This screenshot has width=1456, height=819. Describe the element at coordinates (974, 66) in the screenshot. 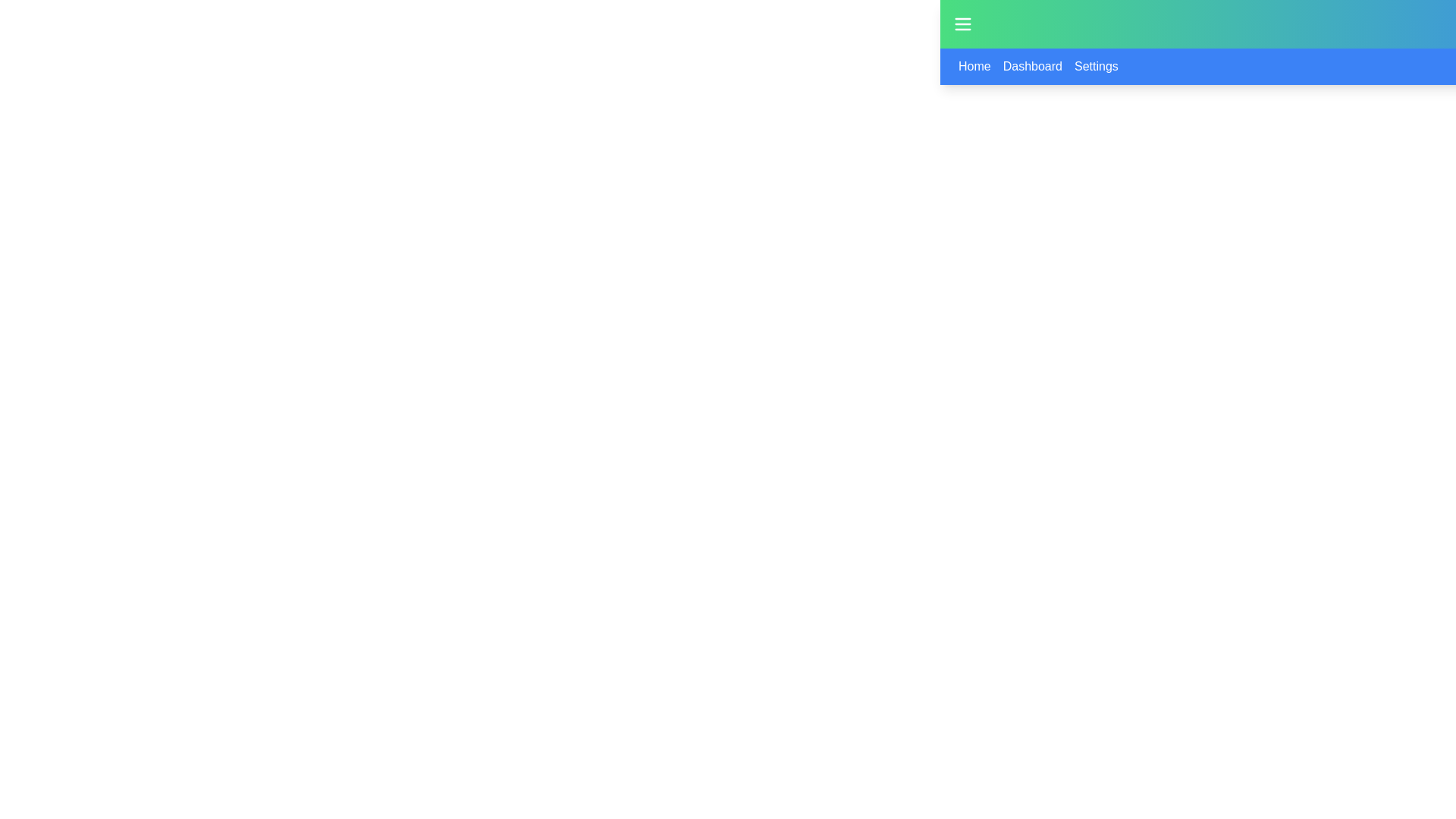

I see `the 'Home' text link` at that location.